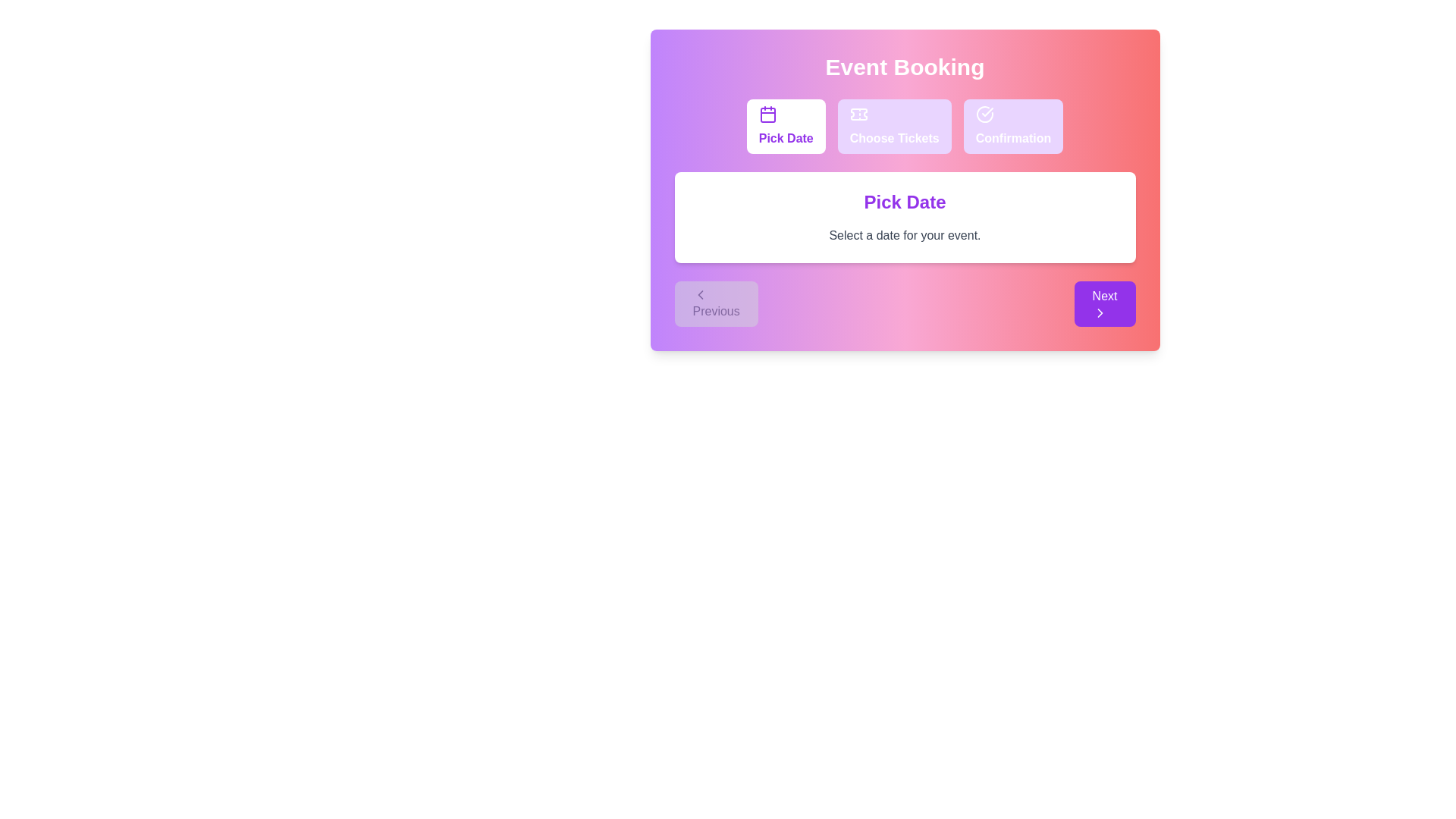  I want to click on the 'Previous' button located at the bottom left corner of the step navigation interface, so click(715, 304).